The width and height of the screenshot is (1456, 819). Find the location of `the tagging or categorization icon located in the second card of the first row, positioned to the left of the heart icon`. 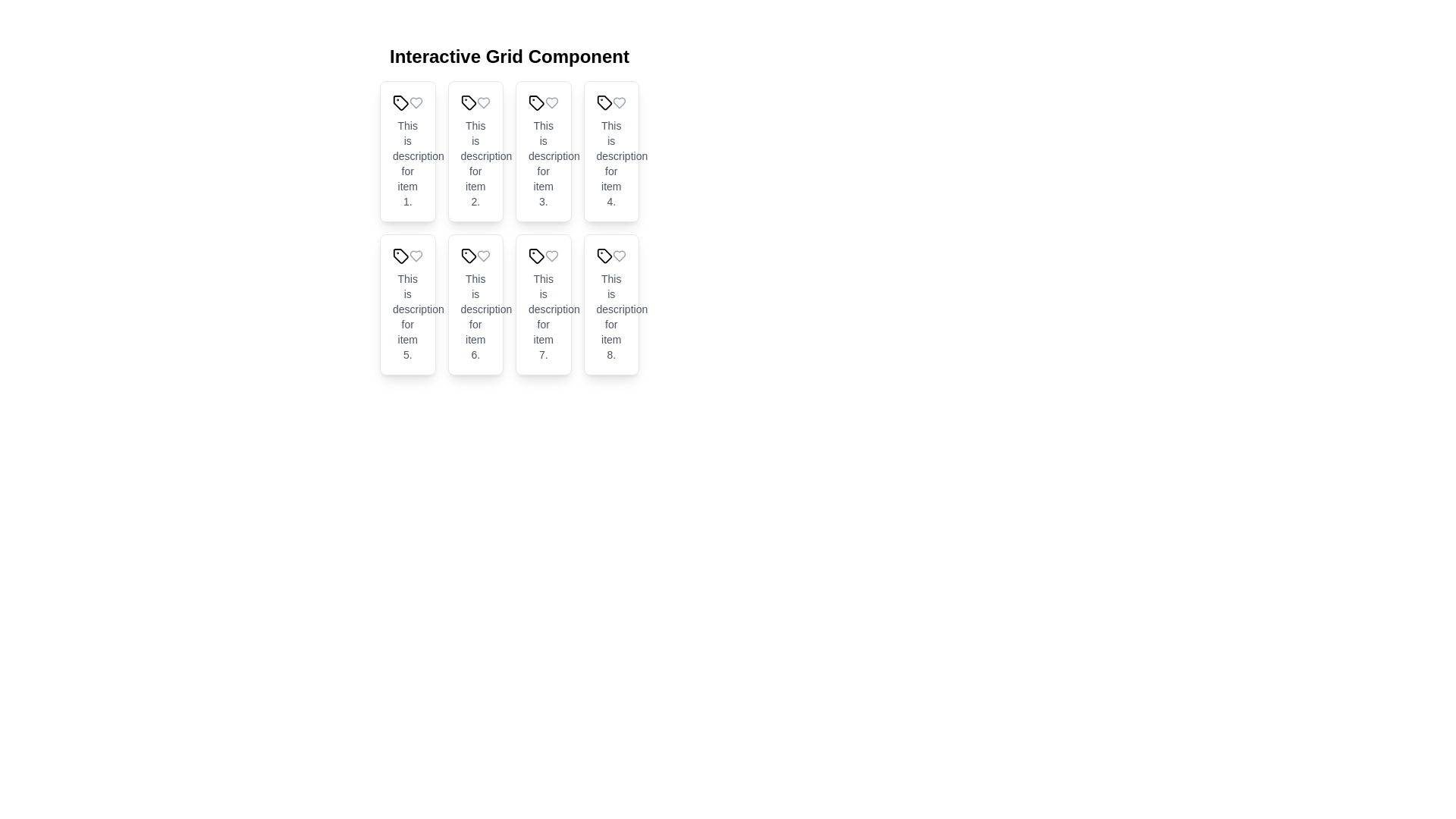

the tagging or categorization icon located in the second card of the first row, positioned to the left of the heart icon is located at coordinates (468, 102).